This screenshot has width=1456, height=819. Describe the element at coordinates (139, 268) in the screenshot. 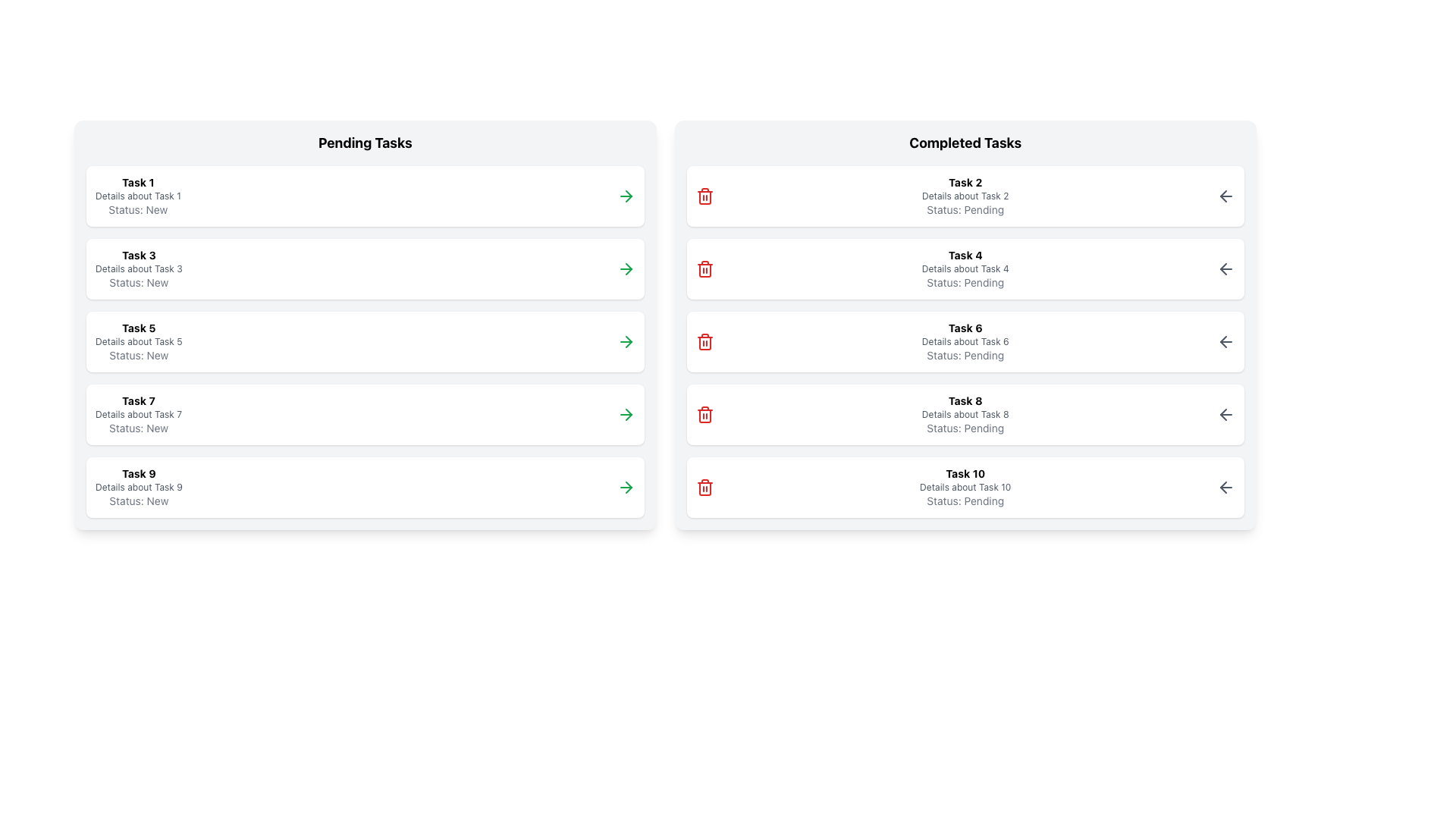

I see `the text label providing supplementary information about 'Task 3', positioned below the title and above the status label in the 'Pending Tasks' section` at that location.